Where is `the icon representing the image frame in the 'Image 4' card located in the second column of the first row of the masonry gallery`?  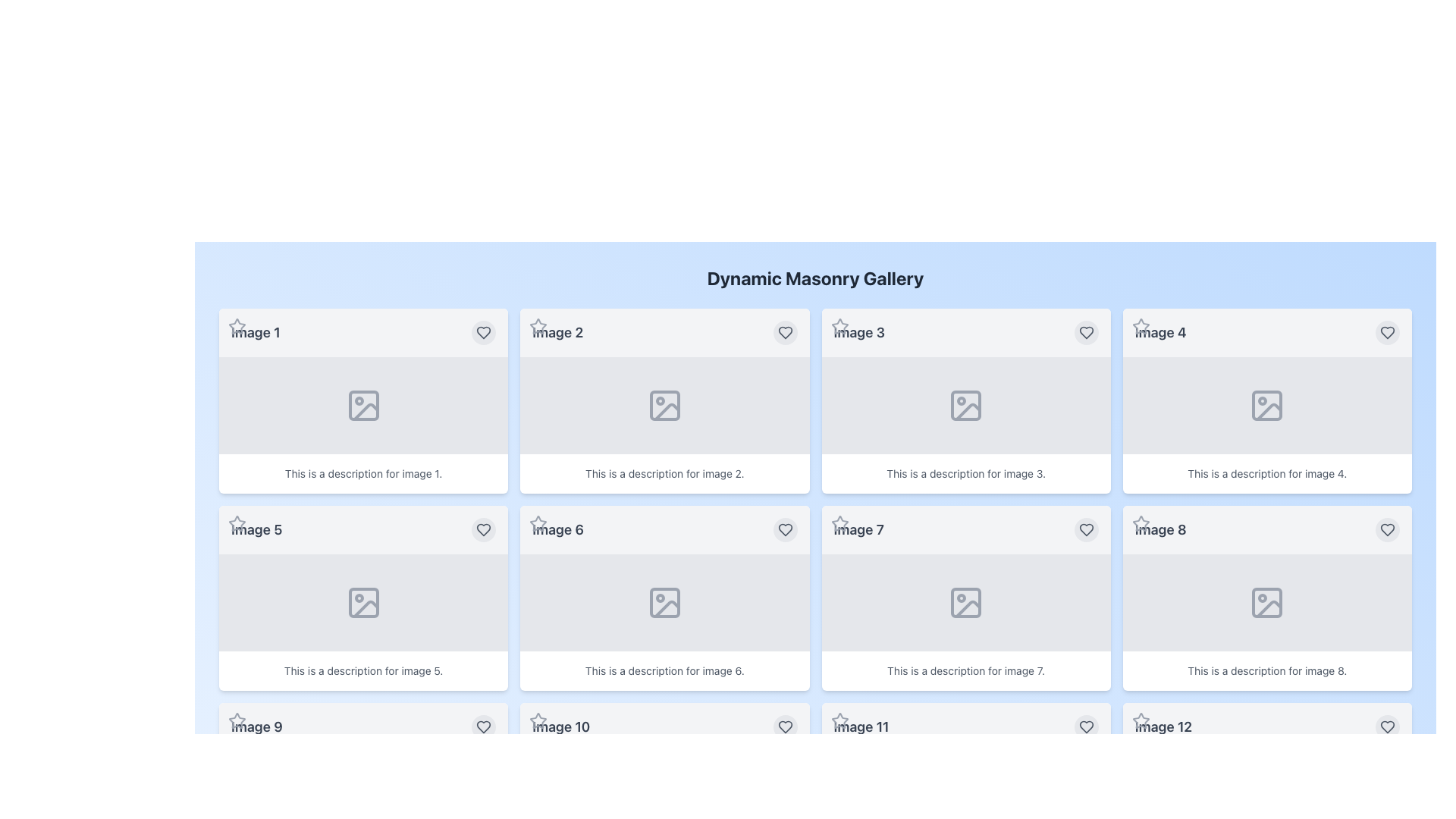 the icon representing the image frame in the 'Image 4' card located in the second column of the first row of the masonry gallery is located at coordinates (1269, 412).